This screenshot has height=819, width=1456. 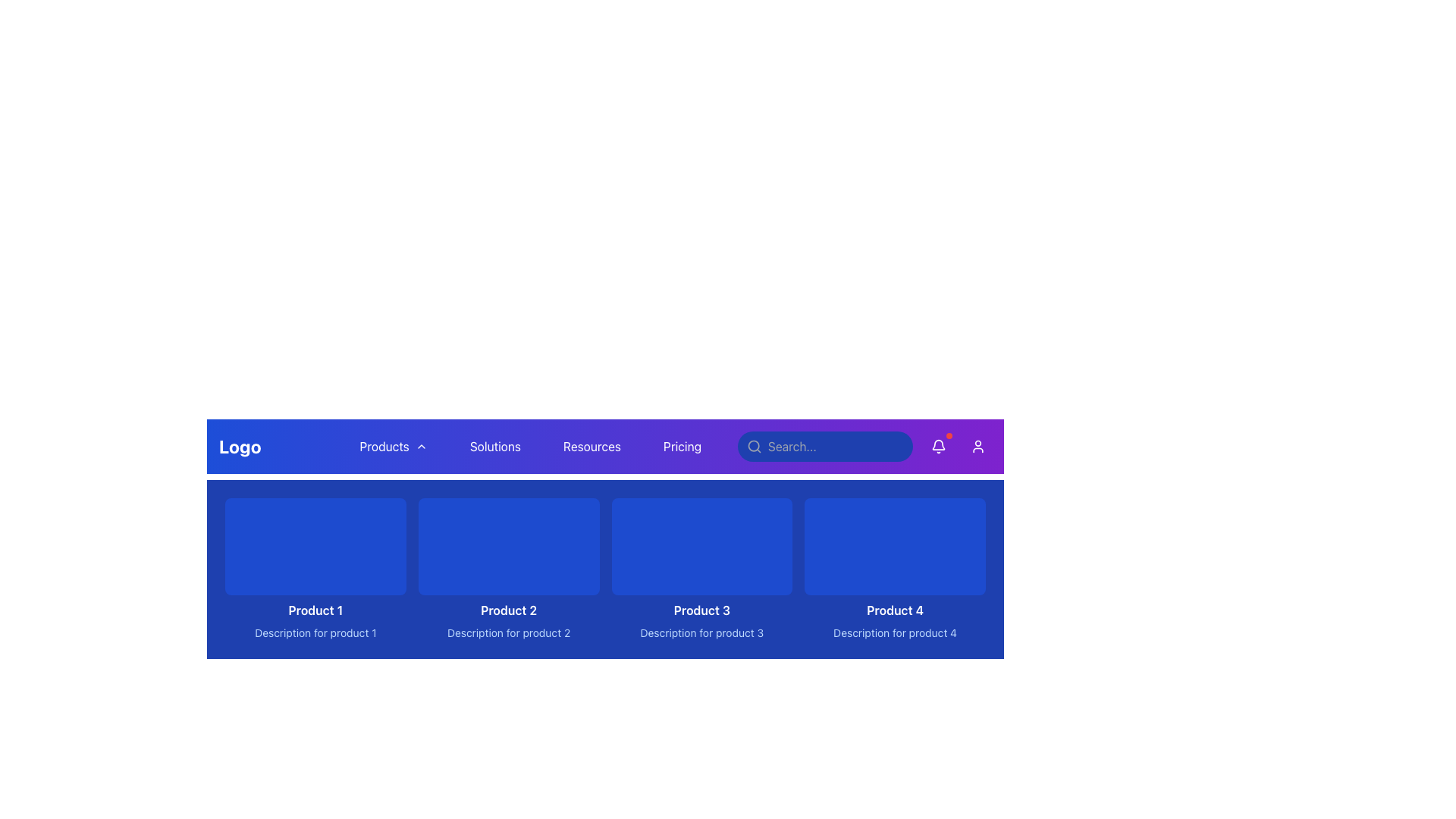 I want to click on the product title text label that identifies the product in the grid, positioned in the second column between a blue rectangle above and a smaller text label below, so click(x=509, y=610).